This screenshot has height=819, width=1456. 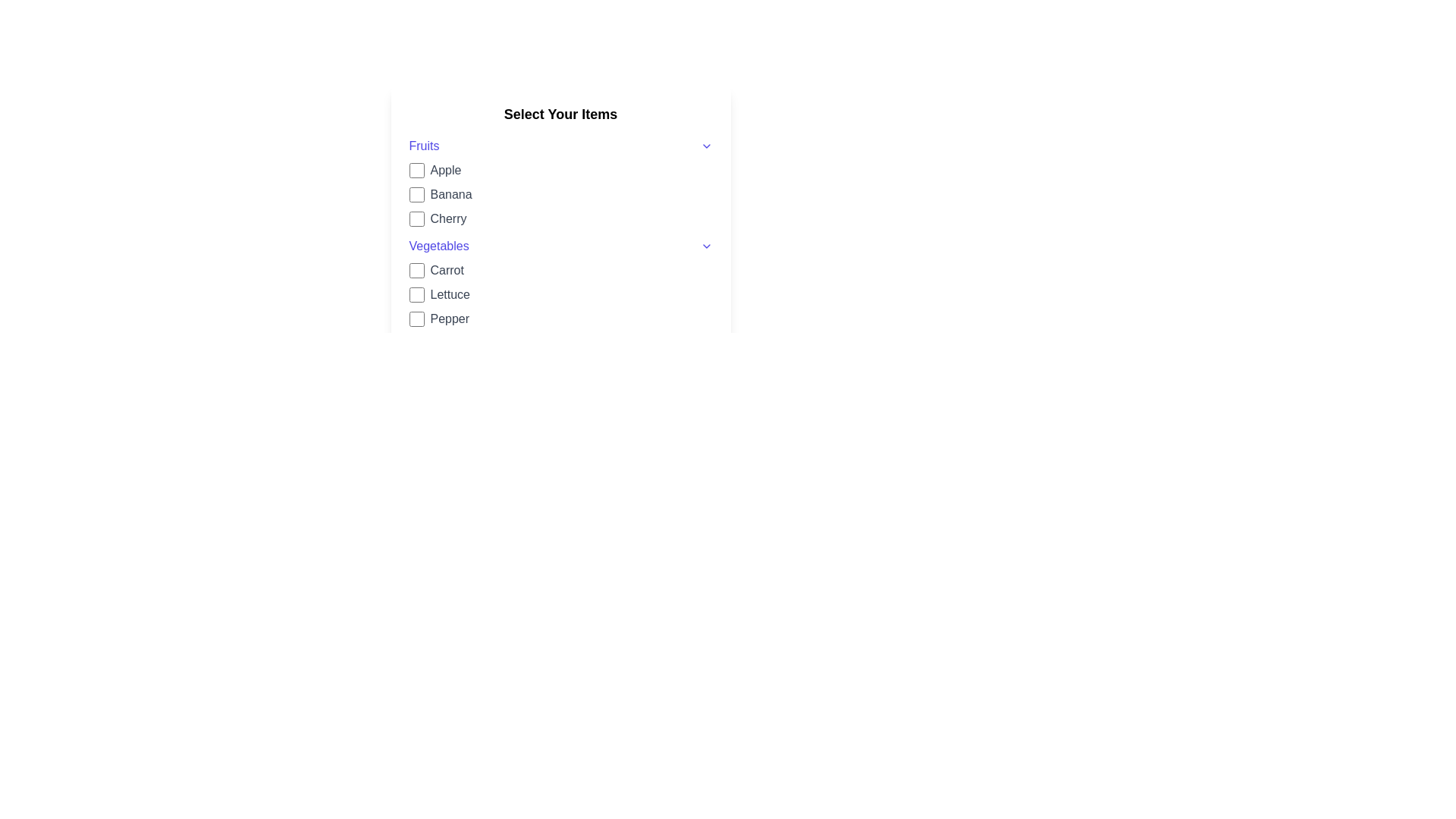 What do you see at coordinates (449, 318) in the screenshot?
I see `text from the Text Label displaying 'Pepper' in gray font, located under the heading 'Vegetables' and next to its corresponding checkbox` at bounding box center [449, 318].